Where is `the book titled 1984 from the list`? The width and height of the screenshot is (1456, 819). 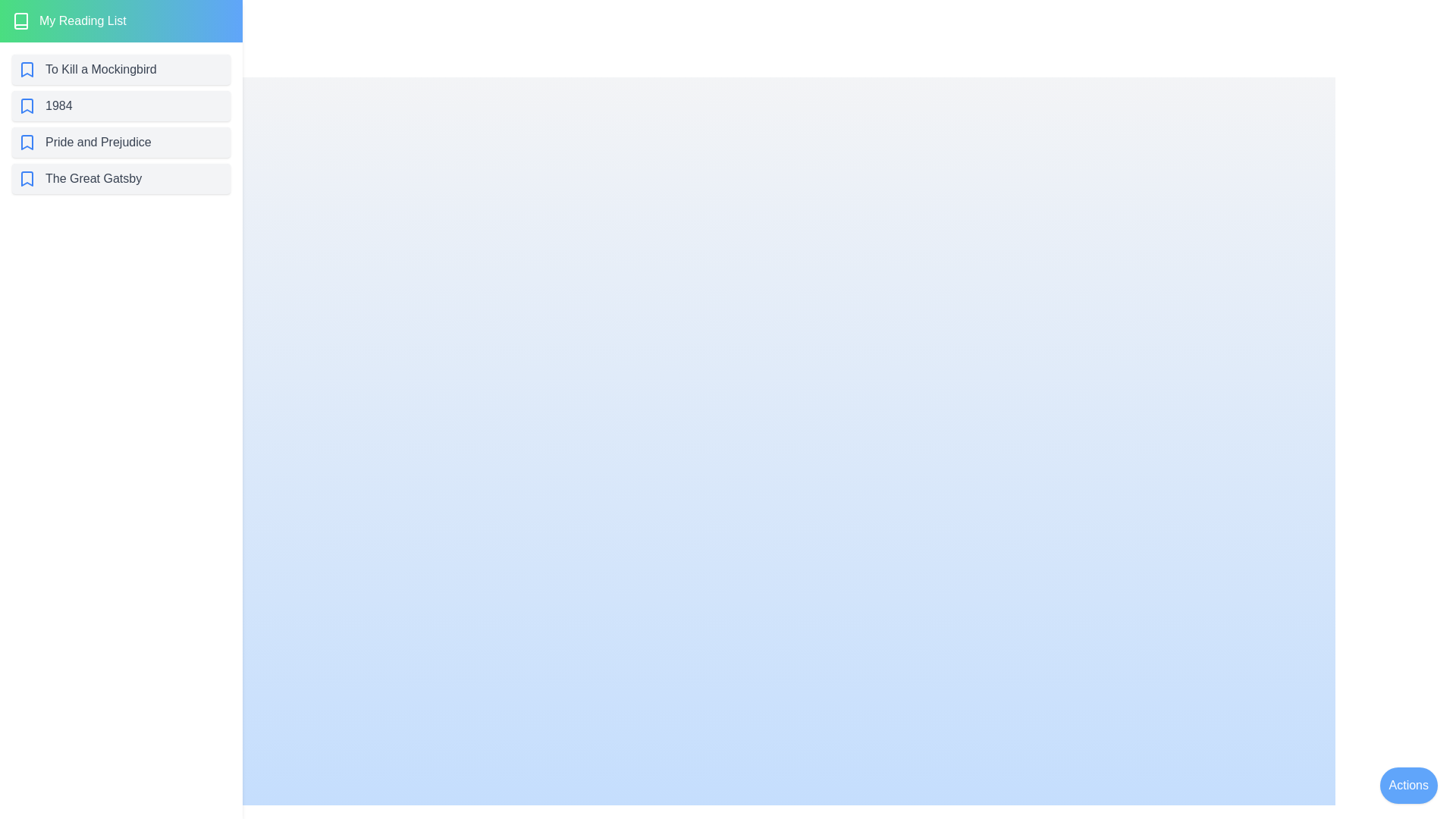
the book titled 1984 from the list is located at coordinates (120, 105).